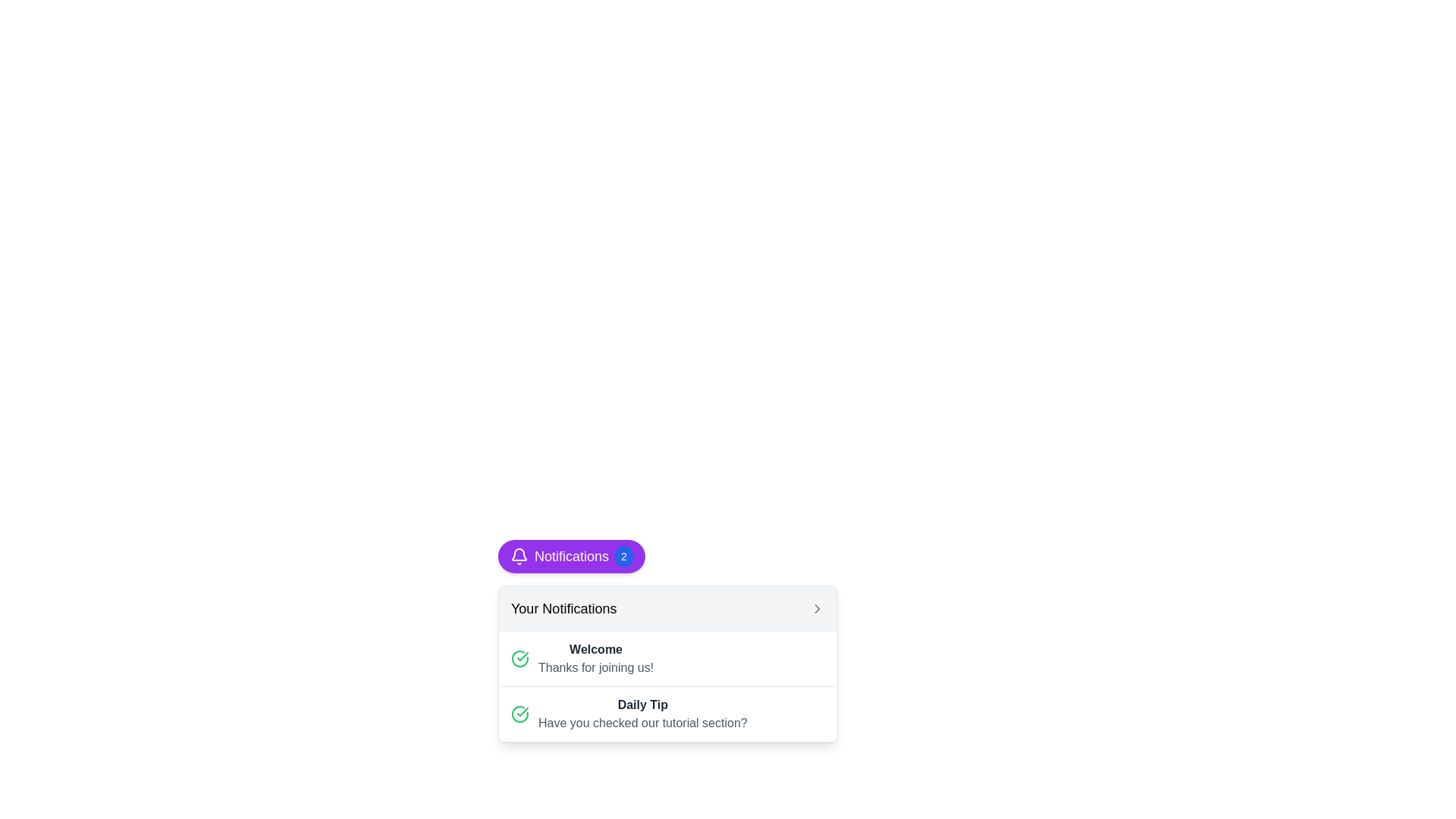  What do you see at coordinates (642, 714) in the screenshot?
I see `the static notification text block displaying 'Daily Tip' with the message 'Have you checked our tutorial section?' located beneath the 'Welcome' notification in the dropdown panel` at bounding box center [642, 714].